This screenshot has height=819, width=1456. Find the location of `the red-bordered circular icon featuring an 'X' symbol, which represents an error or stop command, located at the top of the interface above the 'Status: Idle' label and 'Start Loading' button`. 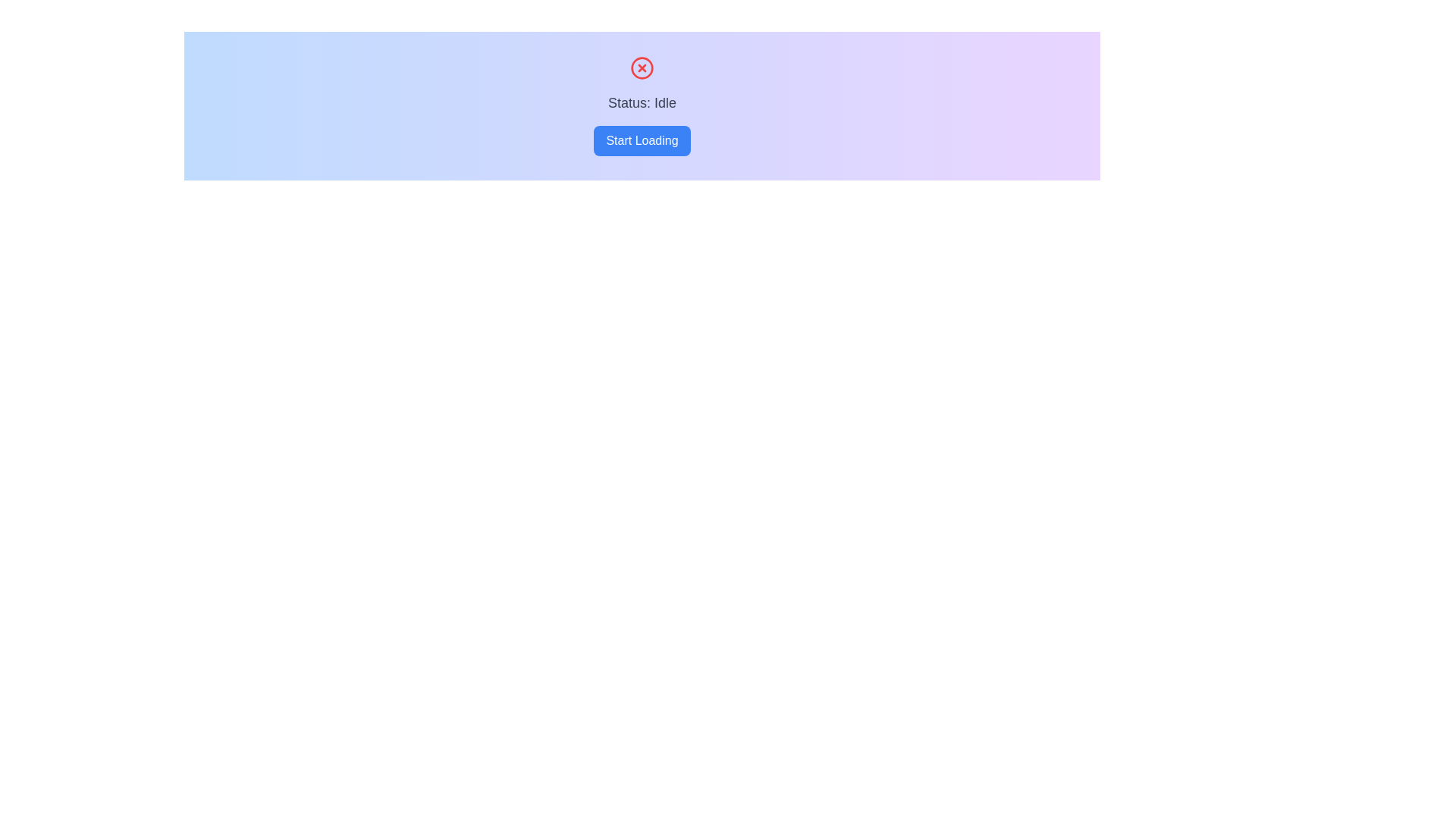

the red-bordered circular icon featuring an 'X' symbol, which represents an error or stop command, located at the top of the interface above the 'Status: Idle' label and 'Start Loading' button is located at coordinates (642, 67).